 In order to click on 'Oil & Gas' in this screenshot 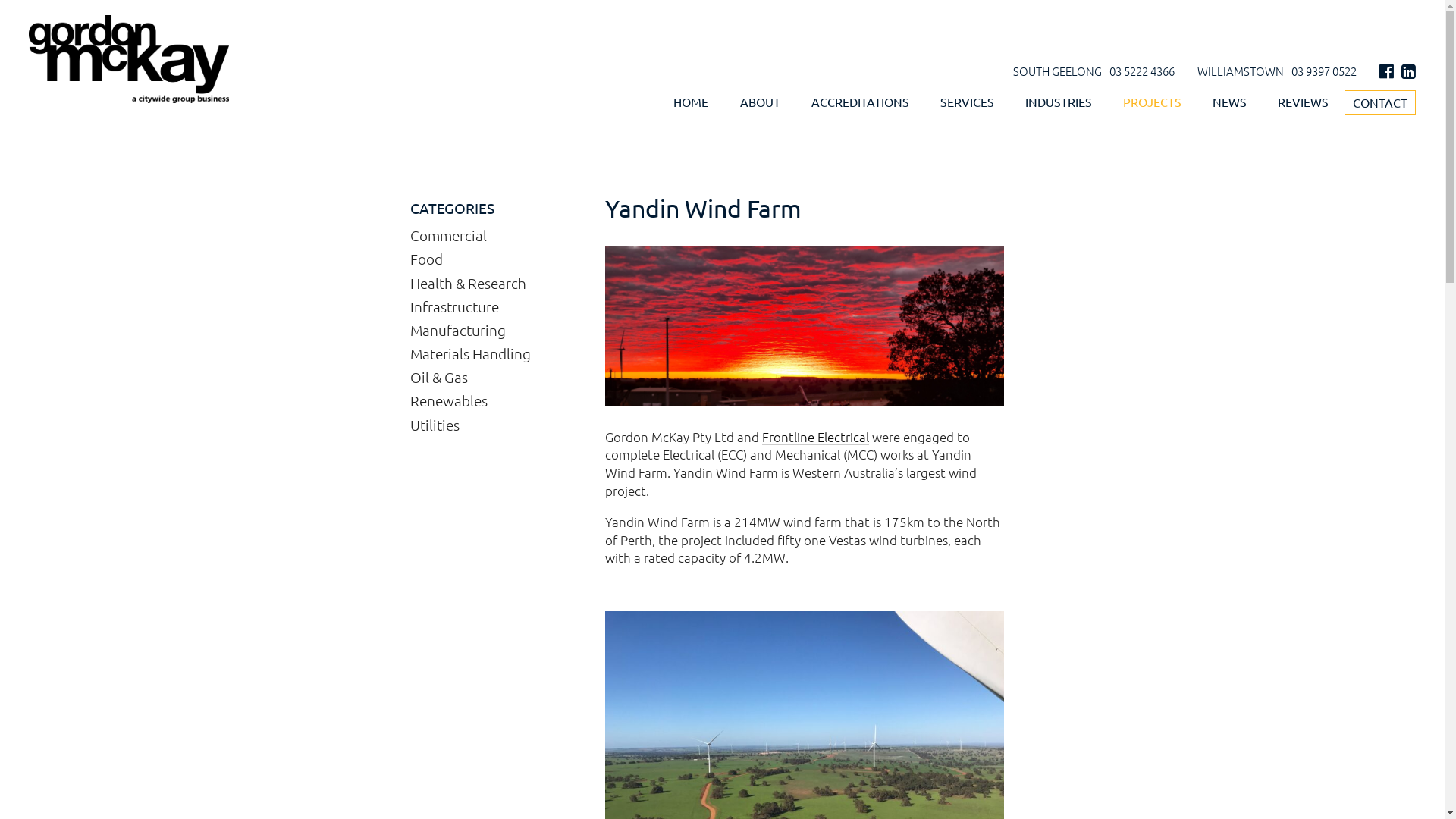, I will do `click(438, 376)`.